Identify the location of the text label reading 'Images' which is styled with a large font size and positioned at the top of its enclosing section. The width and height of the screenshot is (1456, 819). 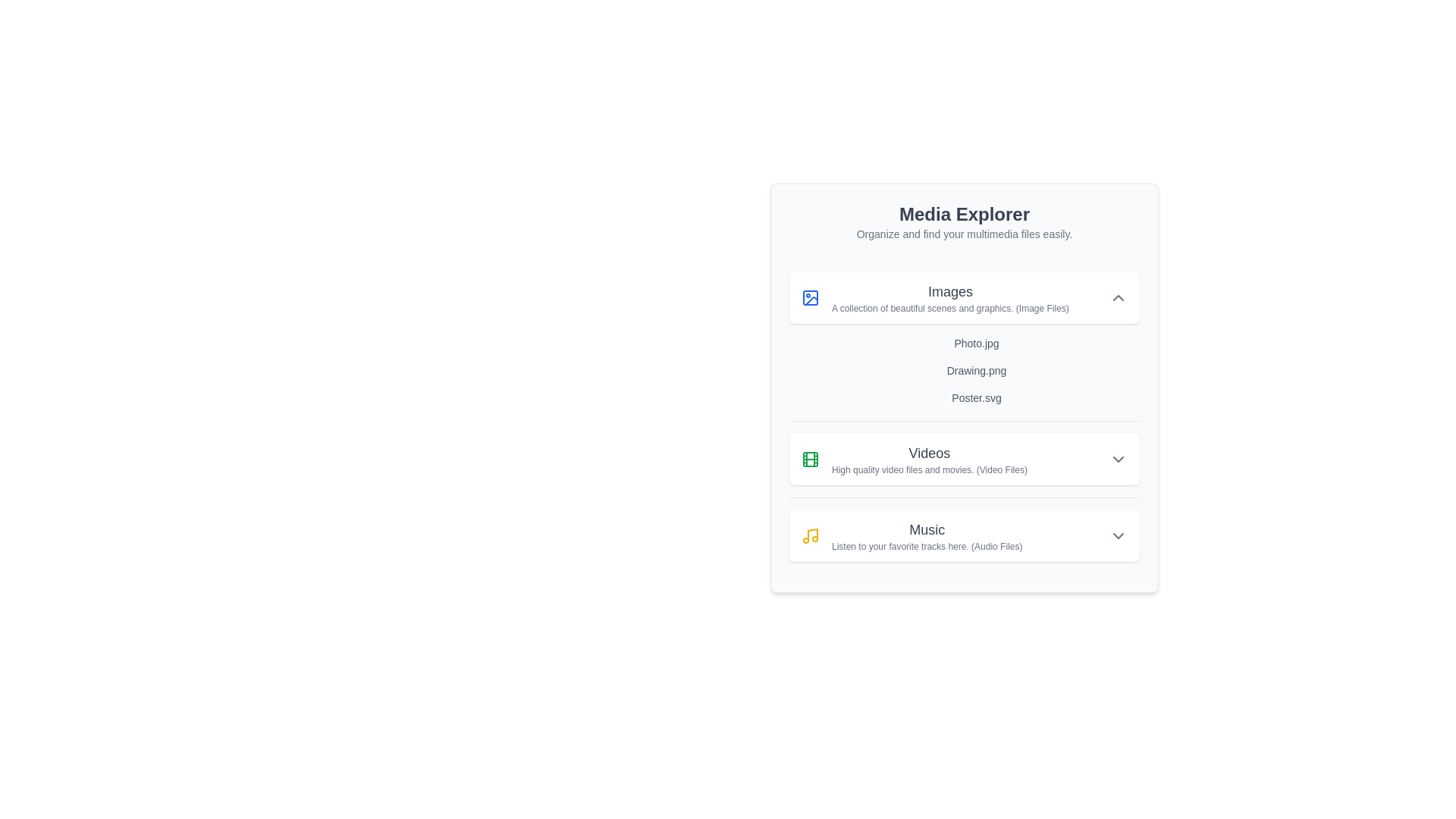
(949, 292).